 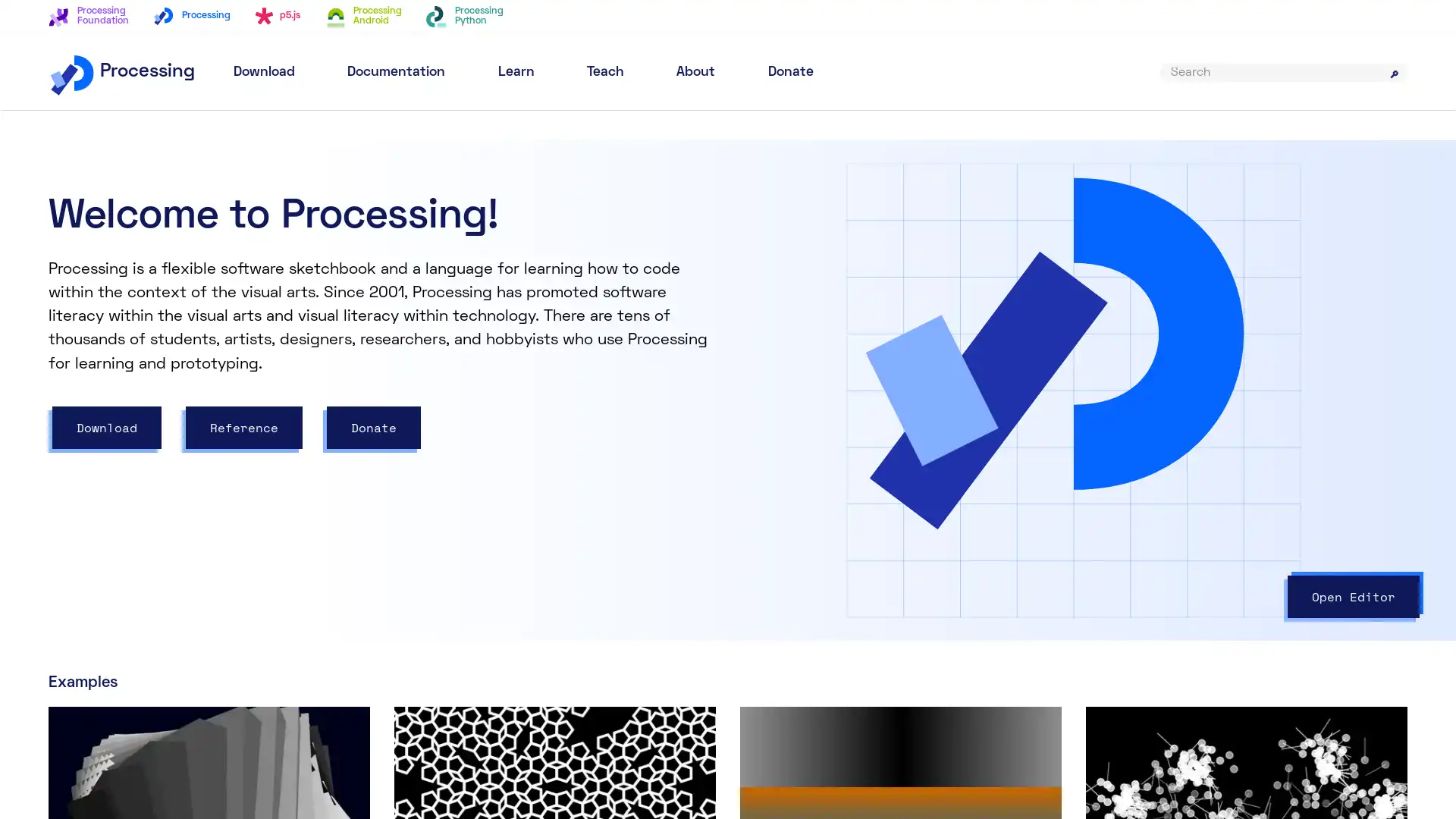 What do you see at coordinates (884, 450) in the screenshot?
I see `change position` at bounding box center [884, 450].